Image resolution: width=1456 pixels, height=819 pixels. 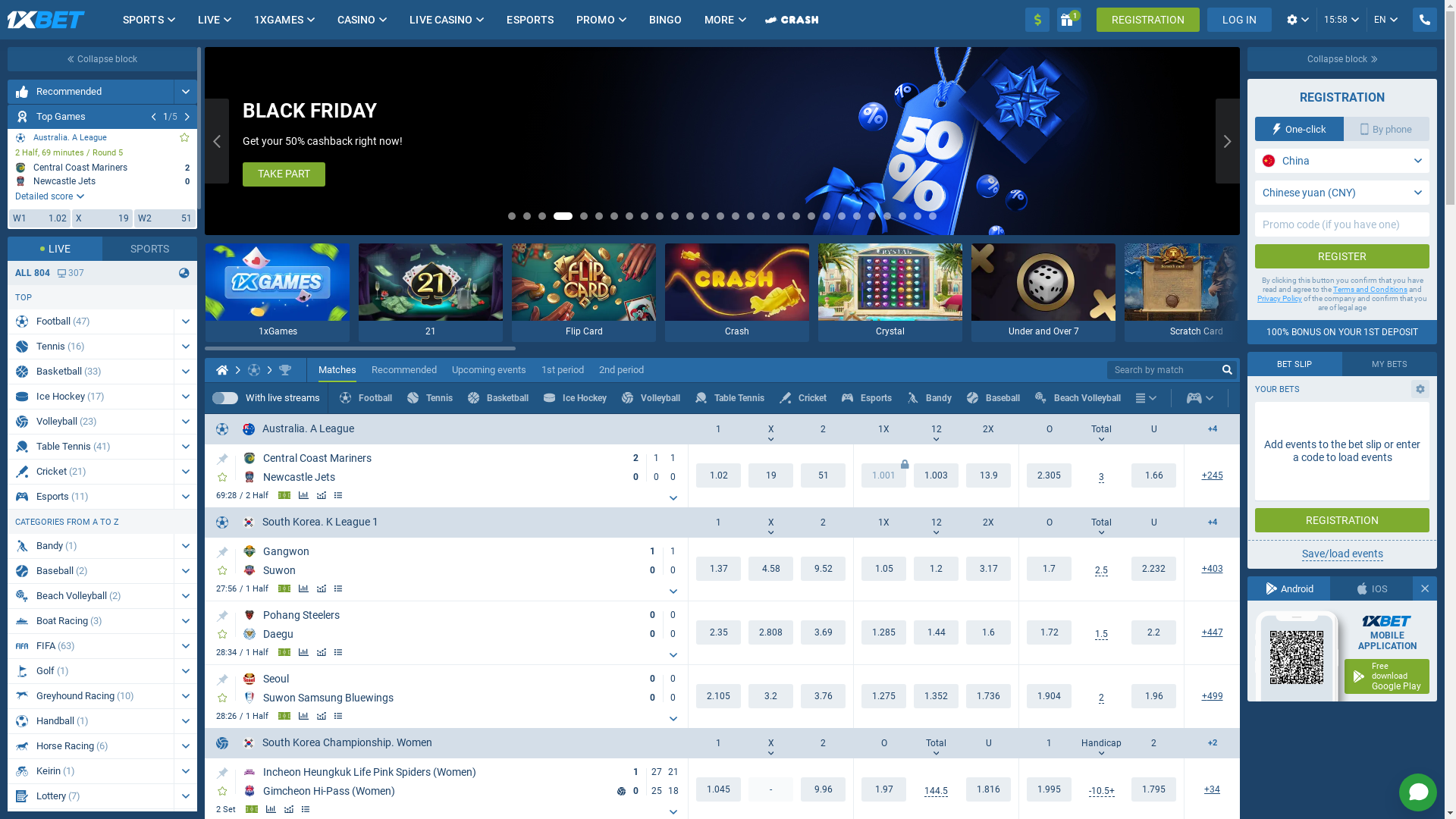 What do you see at coordinates (530, 20) in the screenshot?
I see `'ESPORTS'` at bounding box center [530, 20].